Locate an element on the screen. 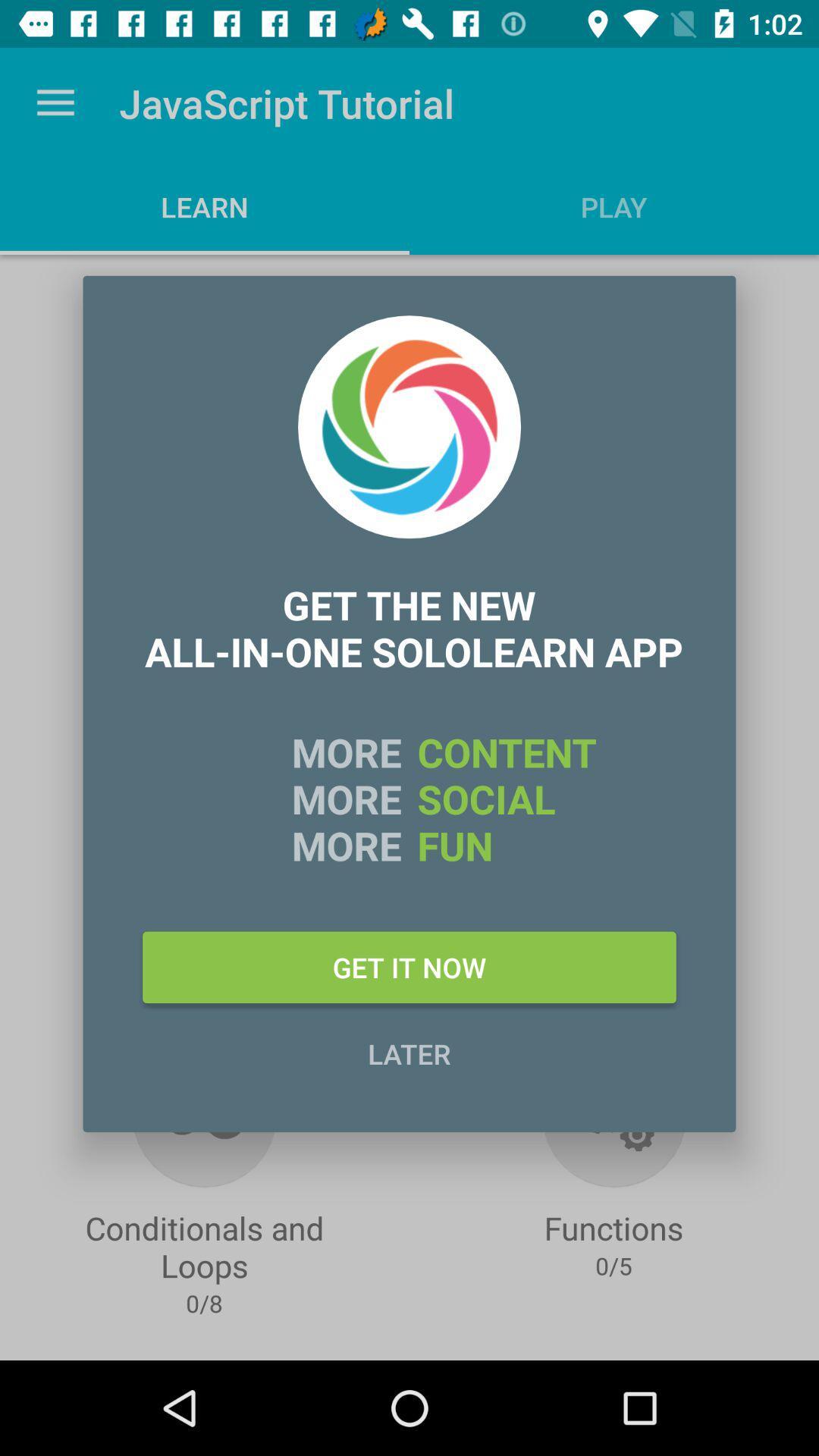 The width and height of the screenshot is (819, 1456). later at the bottom is located at coordinates (409, 1053).